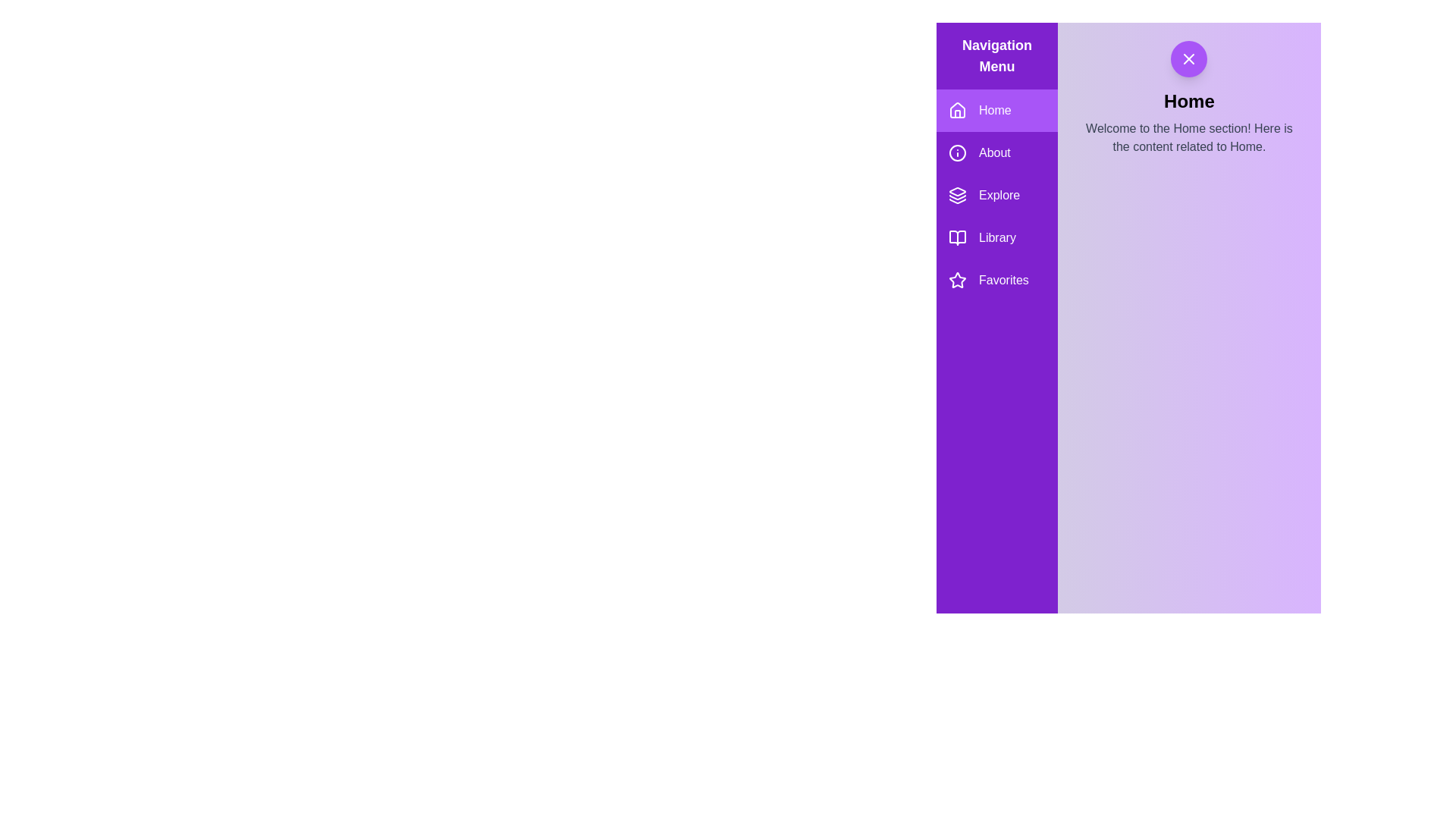 The image size is (1456, 819). Describe the element at coordinates (997, 110) in the screenshot. I see `the navigation menu item Home` at that location.